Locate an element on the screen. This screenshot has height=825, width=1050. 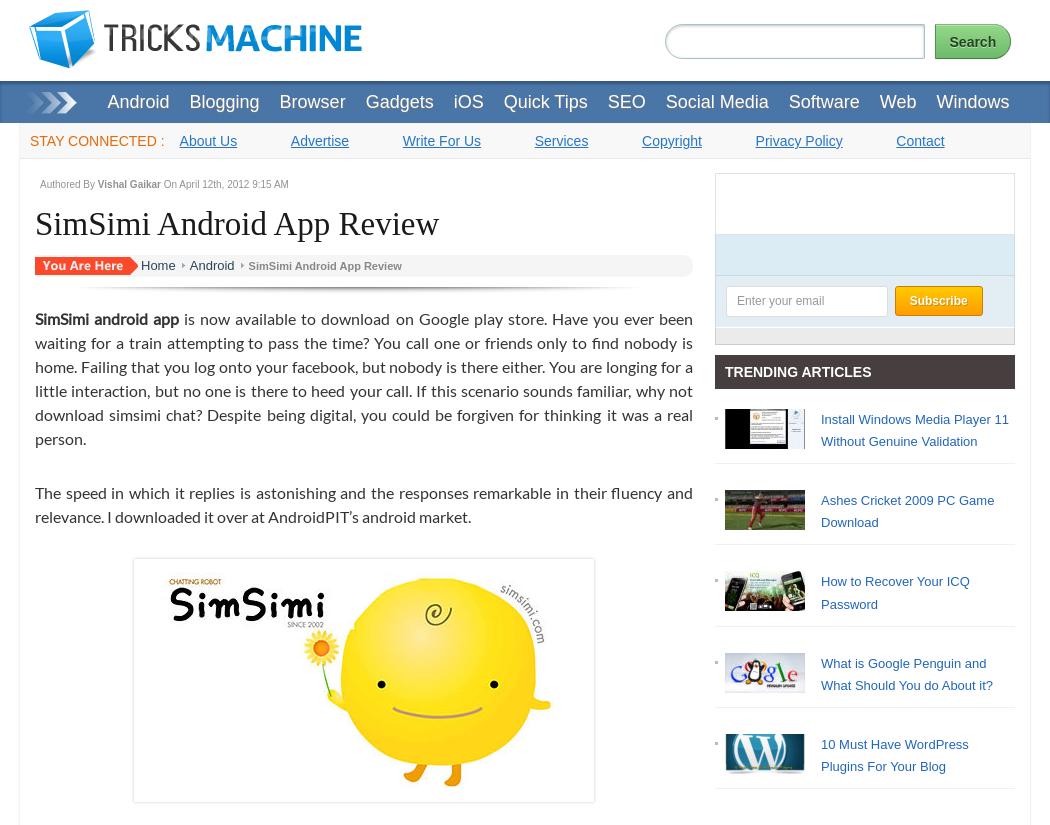
'Advertise' is located at coordinates (319, 139).